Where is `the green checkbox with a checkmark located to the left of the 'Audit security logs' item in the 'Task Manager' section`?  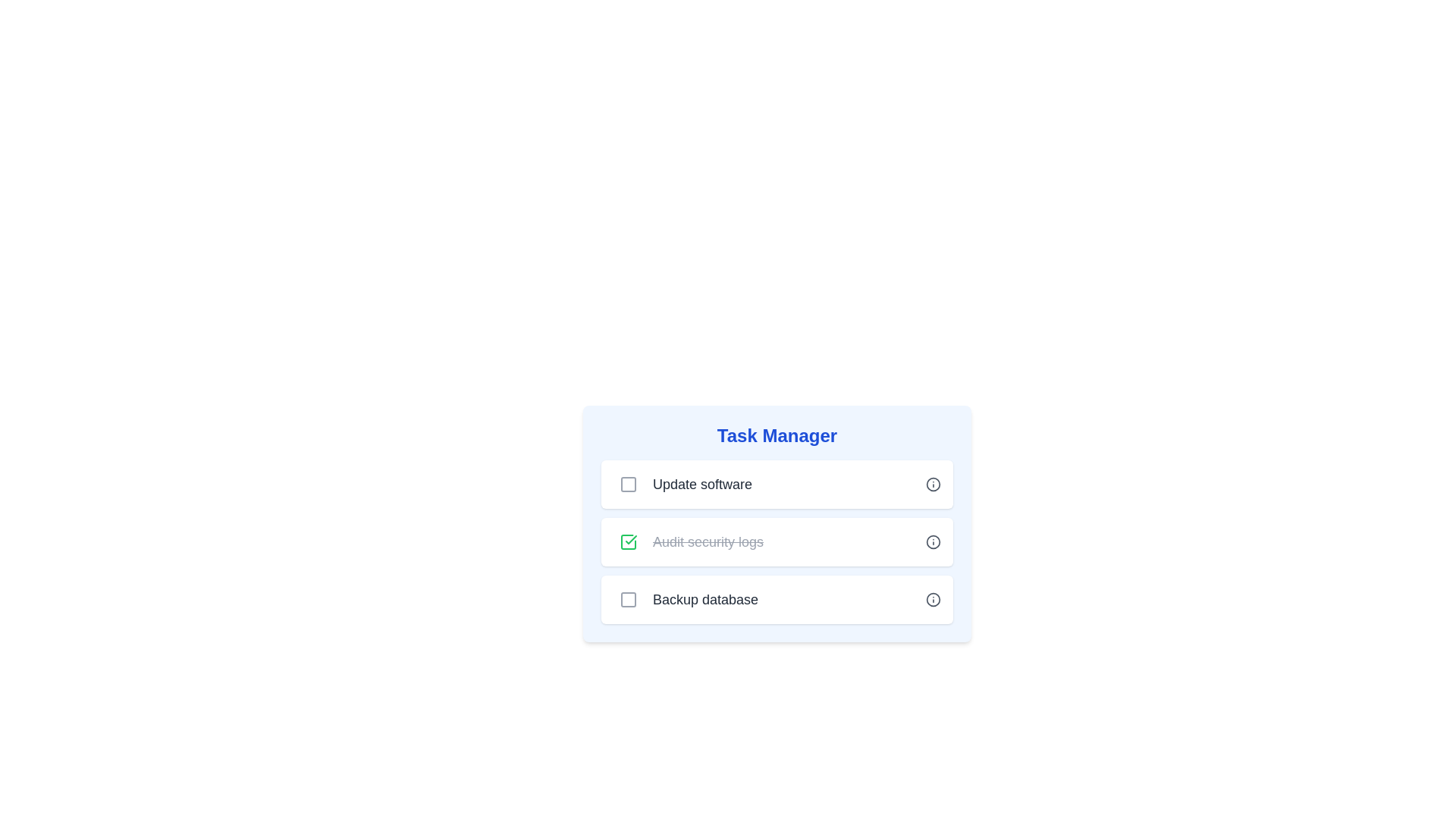
the green checkbox with a checkmark located to the left of the 'Audit security logs' item in the 'Task Manager' section is located at coordinates (629, 541).